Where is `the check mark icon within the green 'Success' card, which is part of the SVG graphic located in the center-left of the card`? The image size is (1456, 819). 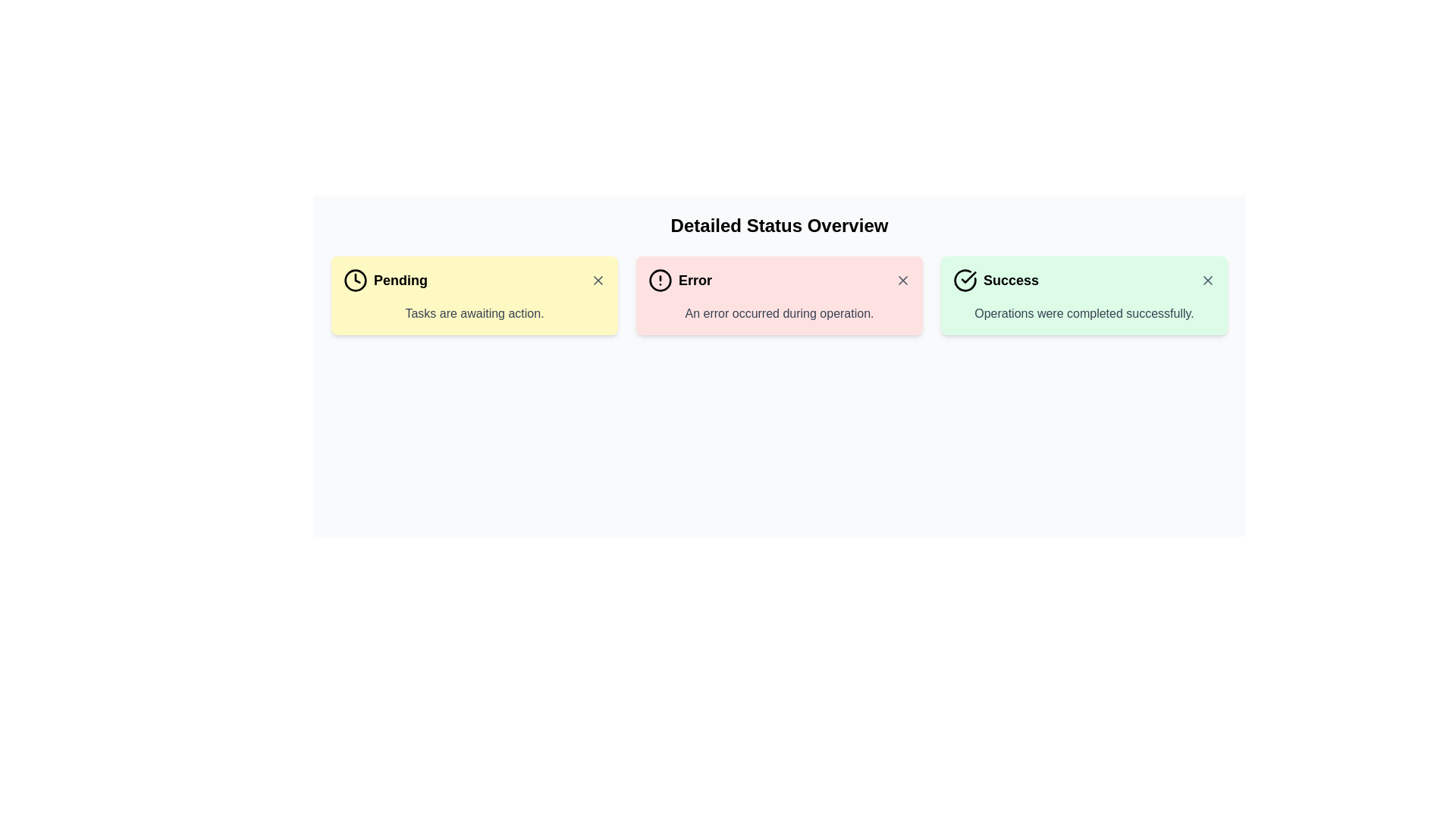 the check mark icon within the green 'Success' card, which is part of the SVG graphic located in the center-left of the card is located at coordinates (968, 278).